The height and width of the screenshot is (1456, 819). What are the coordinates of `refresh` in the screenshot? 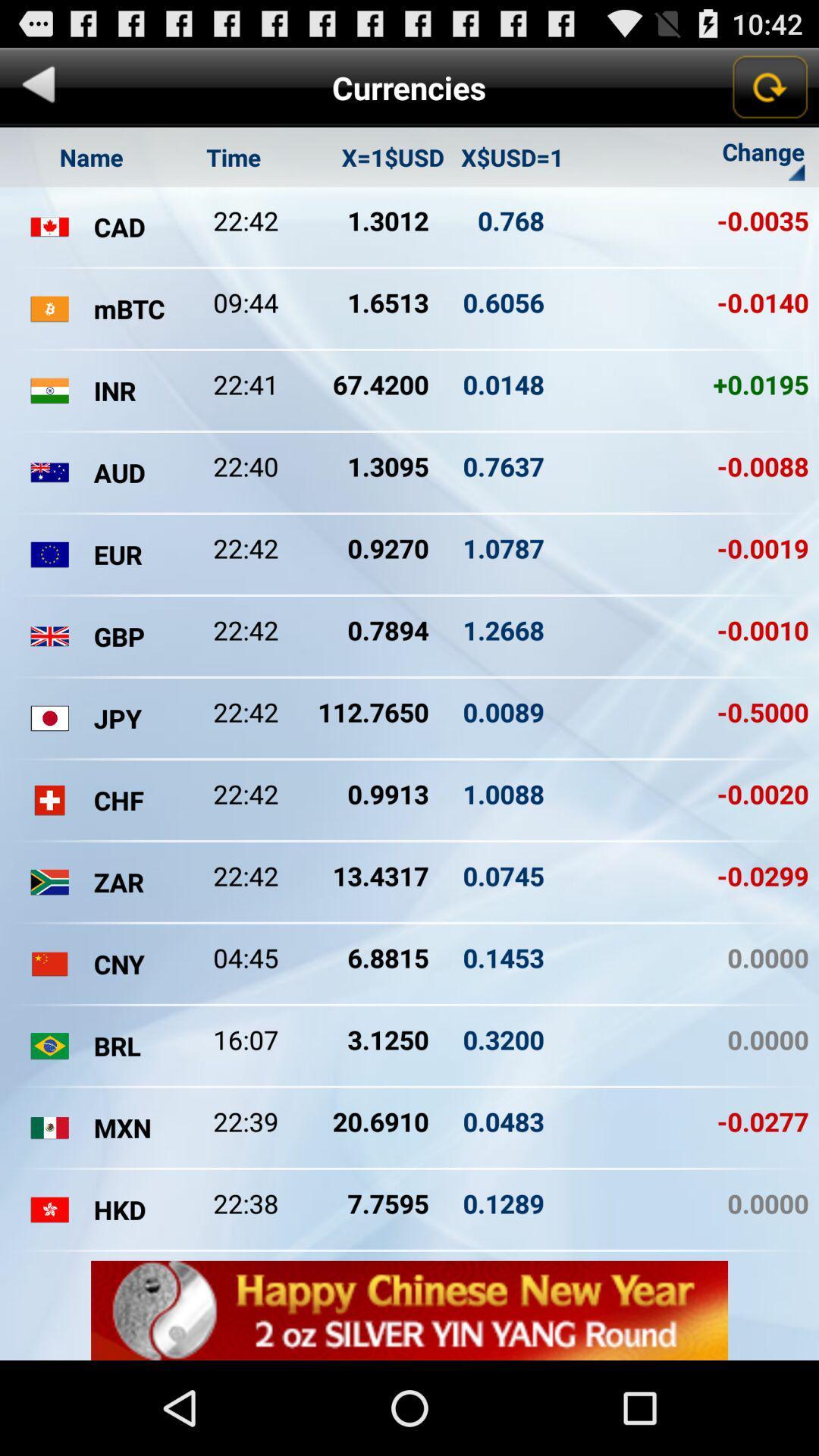 It's located at (769, 86).